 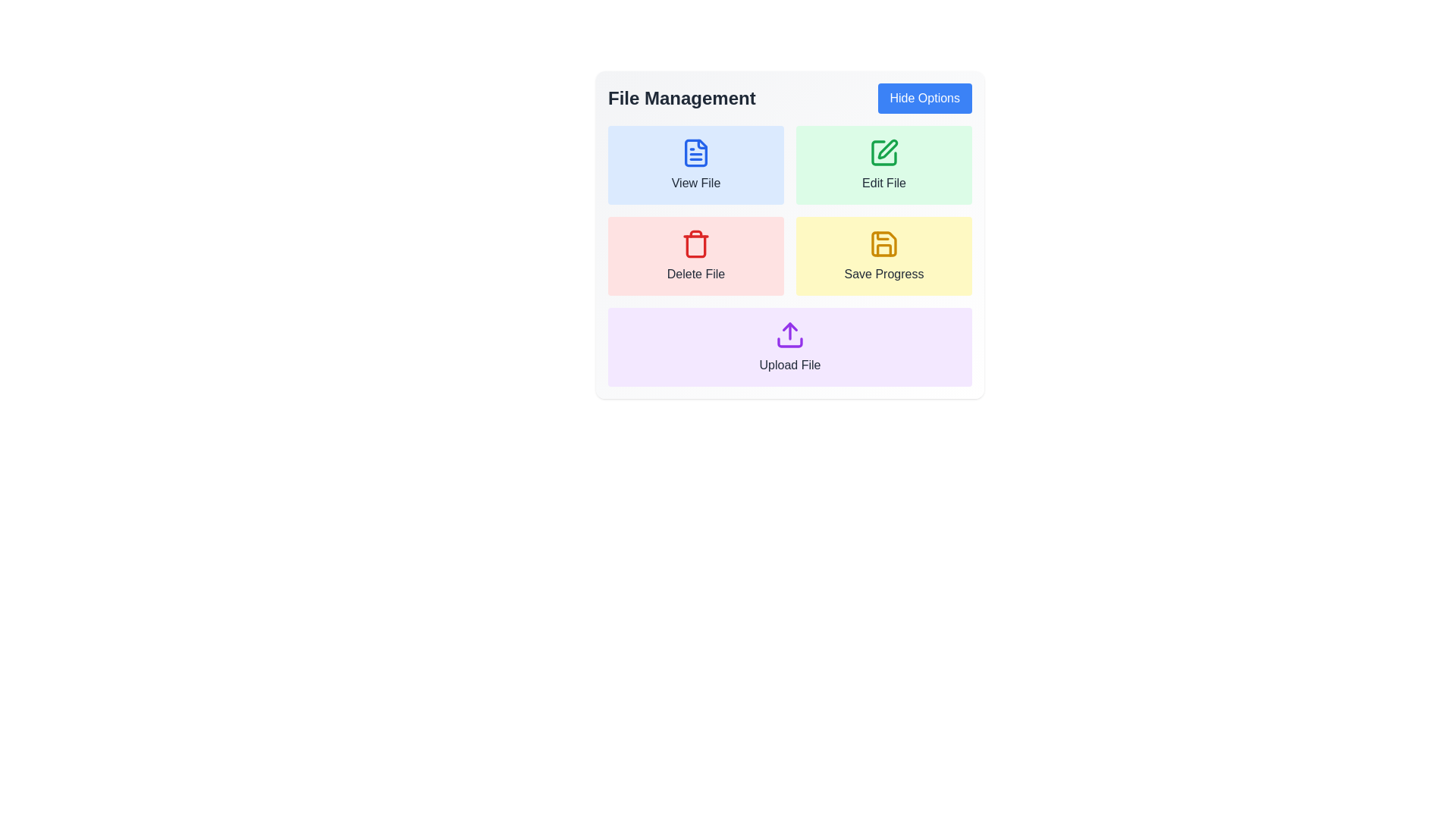 I want to click on the 'Save Progress' icon located within the button in the lower-right corner of the main interface, so click(x=884, y=243).